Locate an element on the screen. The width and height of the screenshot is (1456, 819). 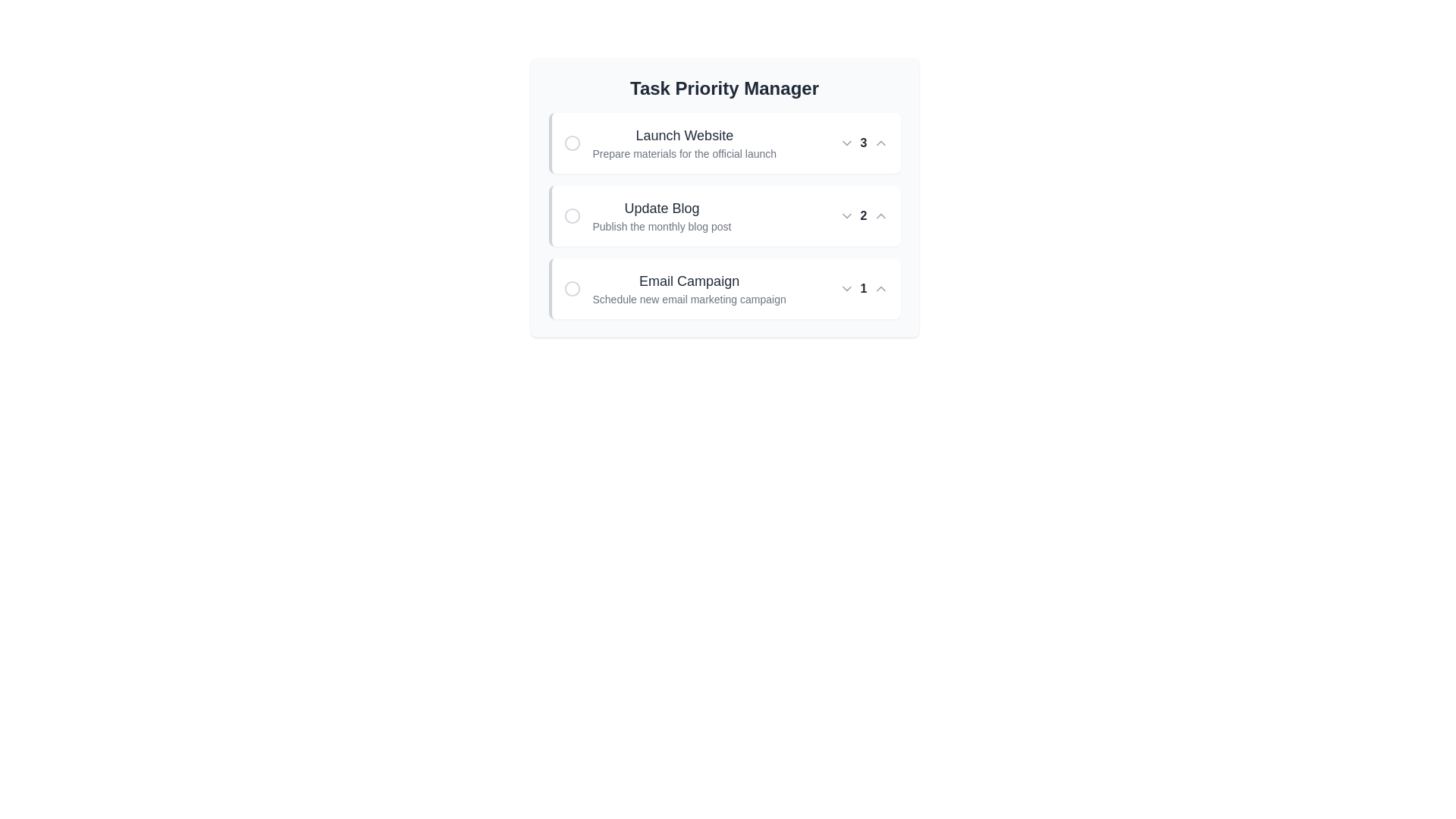
the textual block containing the title 'Email Campaign' and subtitle 'Schedule new email marketing campaign', which is the third item in the list of entries is located at coordinates (674, 289).